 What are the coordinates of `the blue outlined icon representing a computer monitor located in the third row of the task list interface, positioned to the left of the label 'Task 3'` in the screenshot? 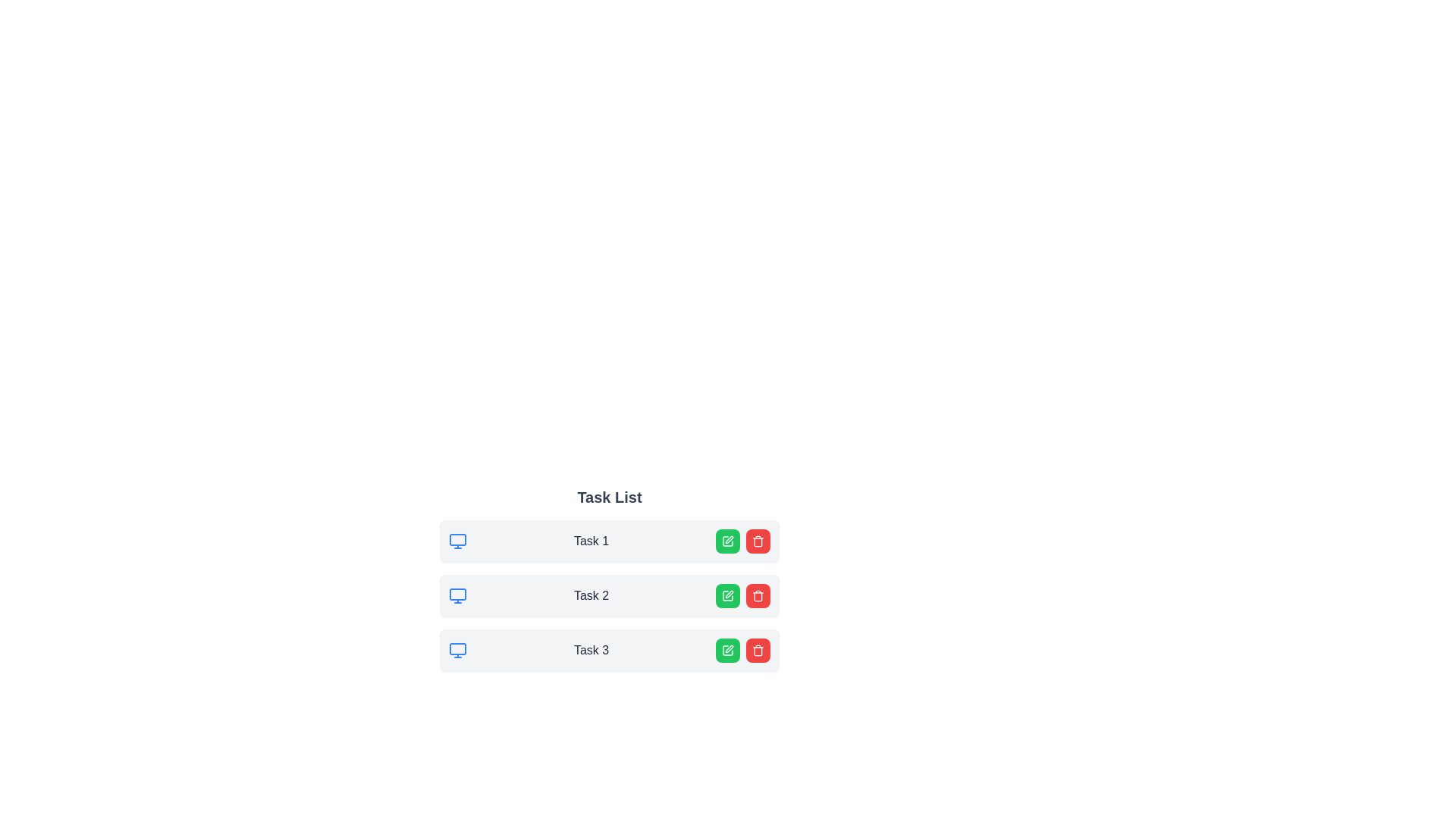 It's located at (457, 649).